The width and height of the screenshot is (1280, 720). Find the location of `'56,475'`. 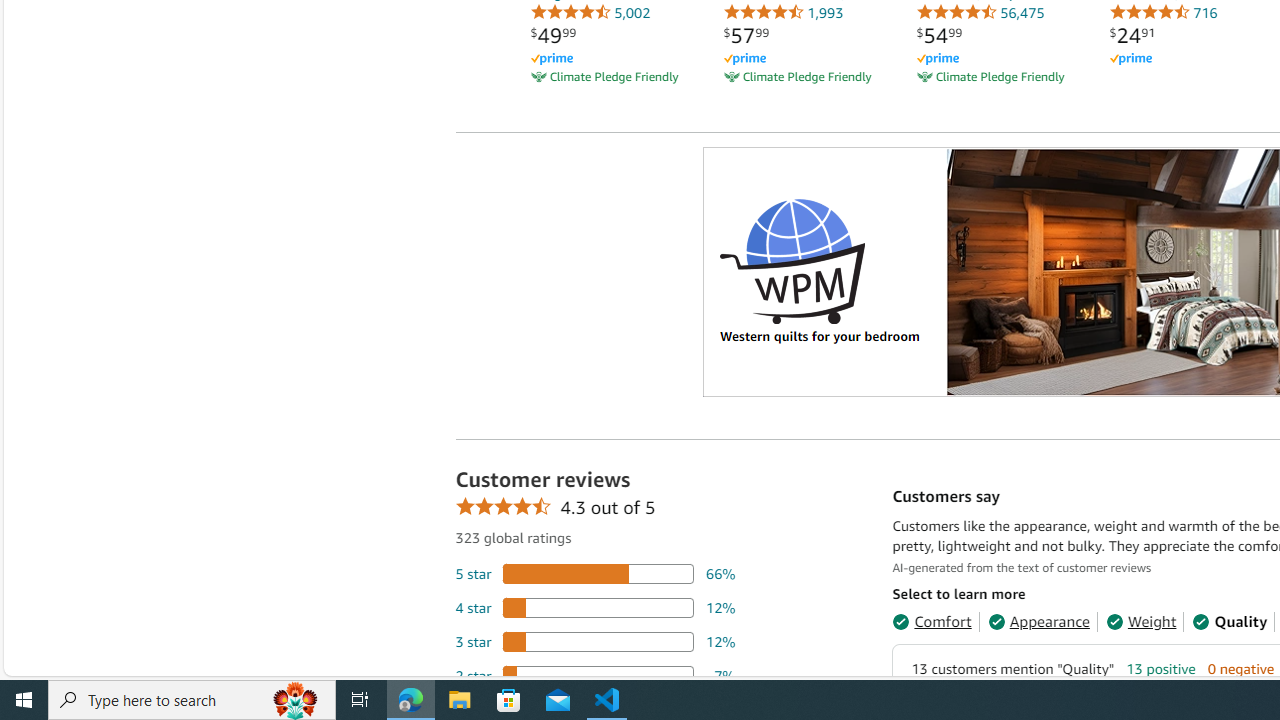

'56,475' is located at coordinates (980, 12).